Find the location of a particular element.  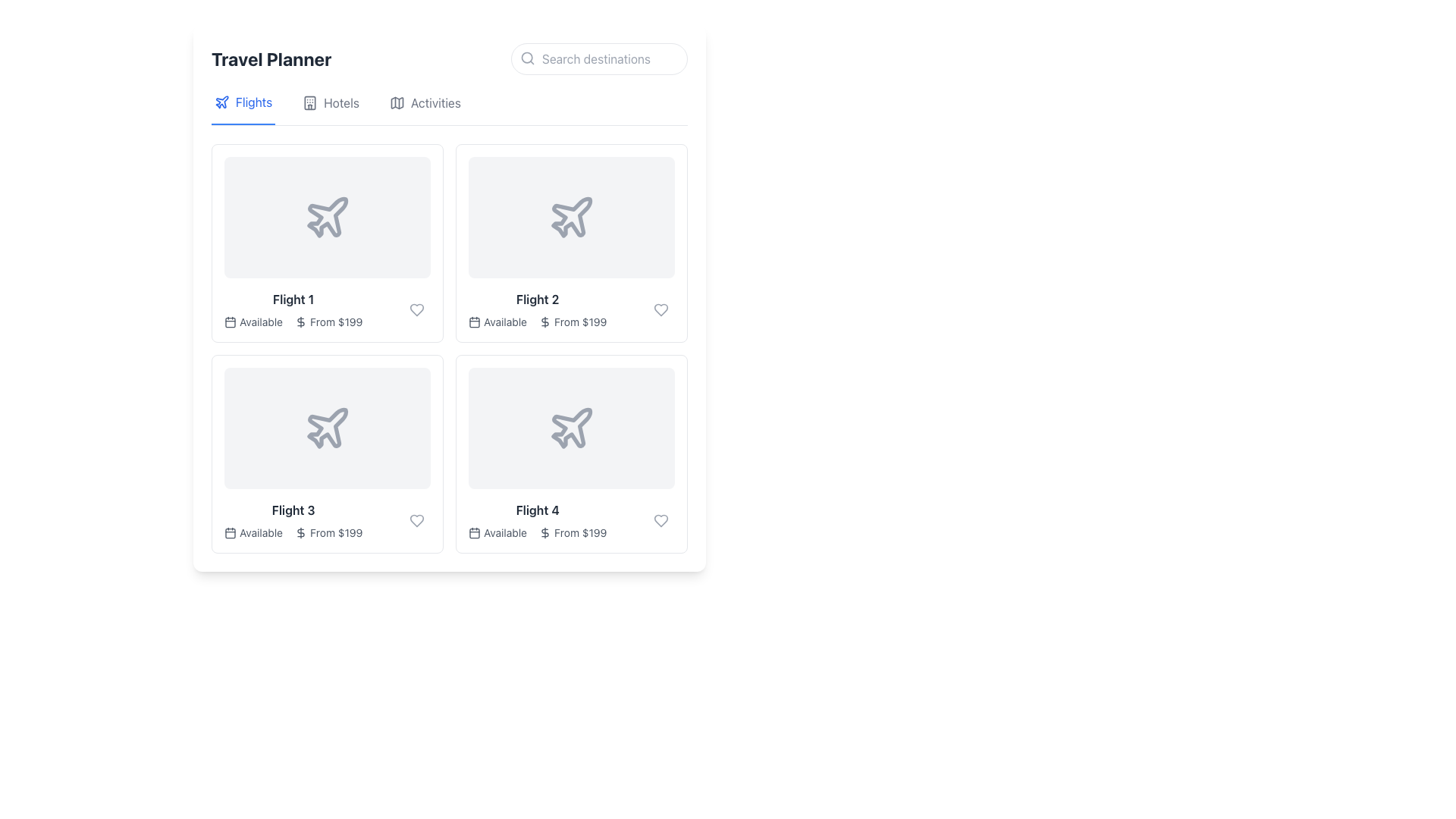

the starting price label for the second flight card under the 'Flights' tab in the 'Travel Planner' interface is located at coordinates (579, 321).